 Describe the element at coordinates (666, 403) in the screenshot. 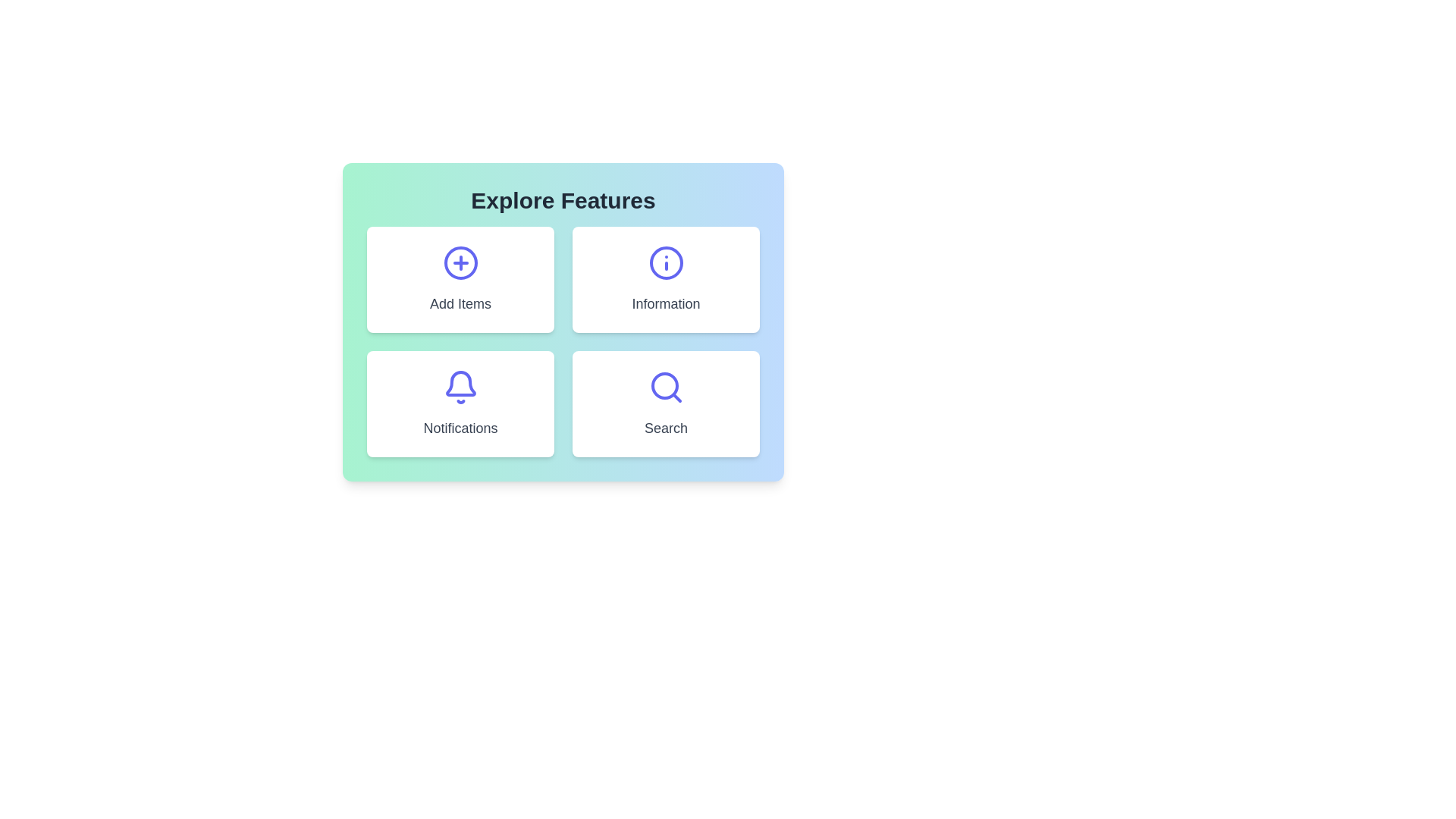

I see `the button located in the bottom-right corner of the four-card grid layout, adjacent to the 'Notifications' card, to initiate the search action` at that location.